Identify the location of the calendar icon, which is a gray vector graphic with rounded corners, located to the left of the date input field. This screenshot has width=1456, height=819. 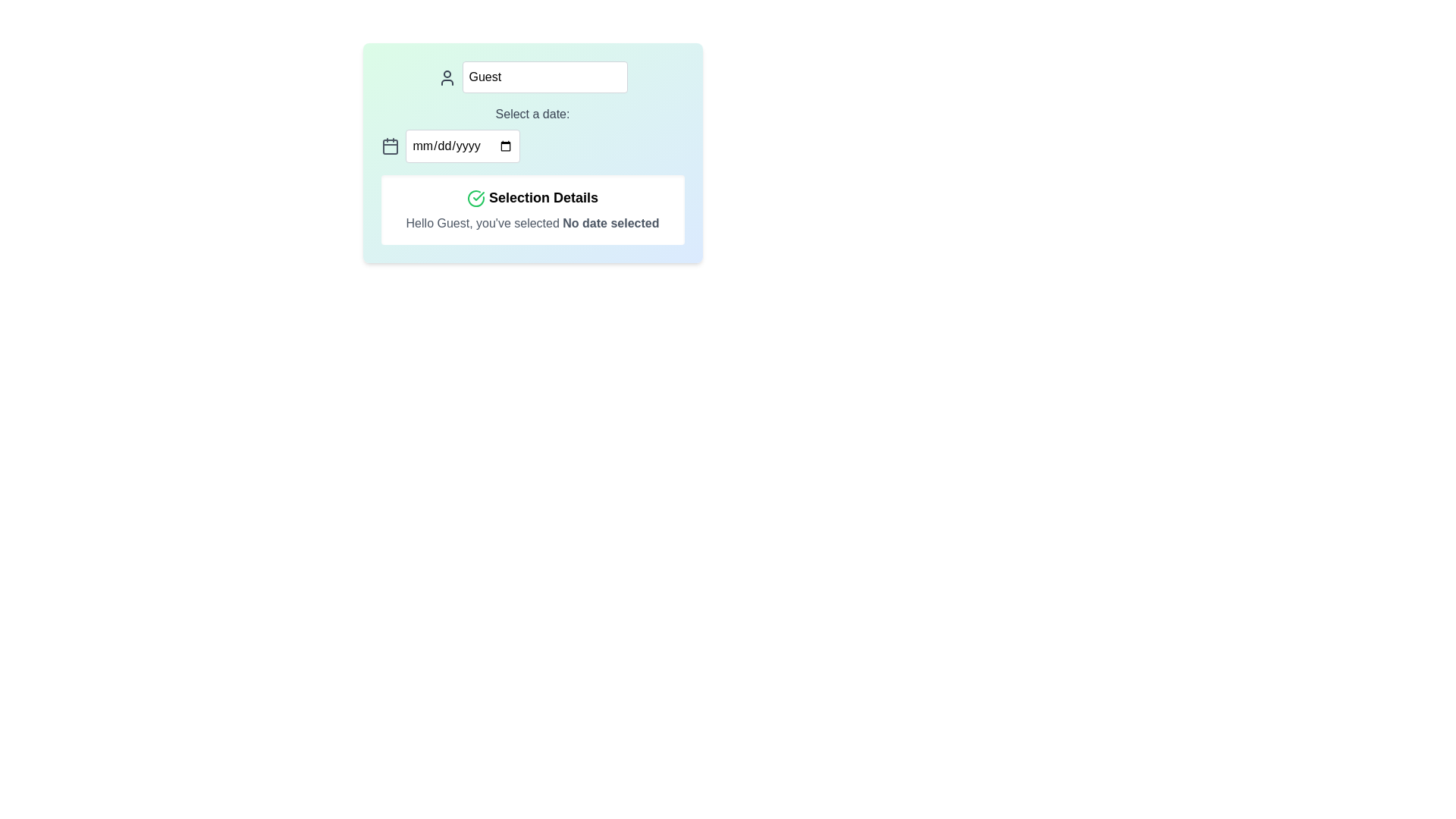
(390, 146).